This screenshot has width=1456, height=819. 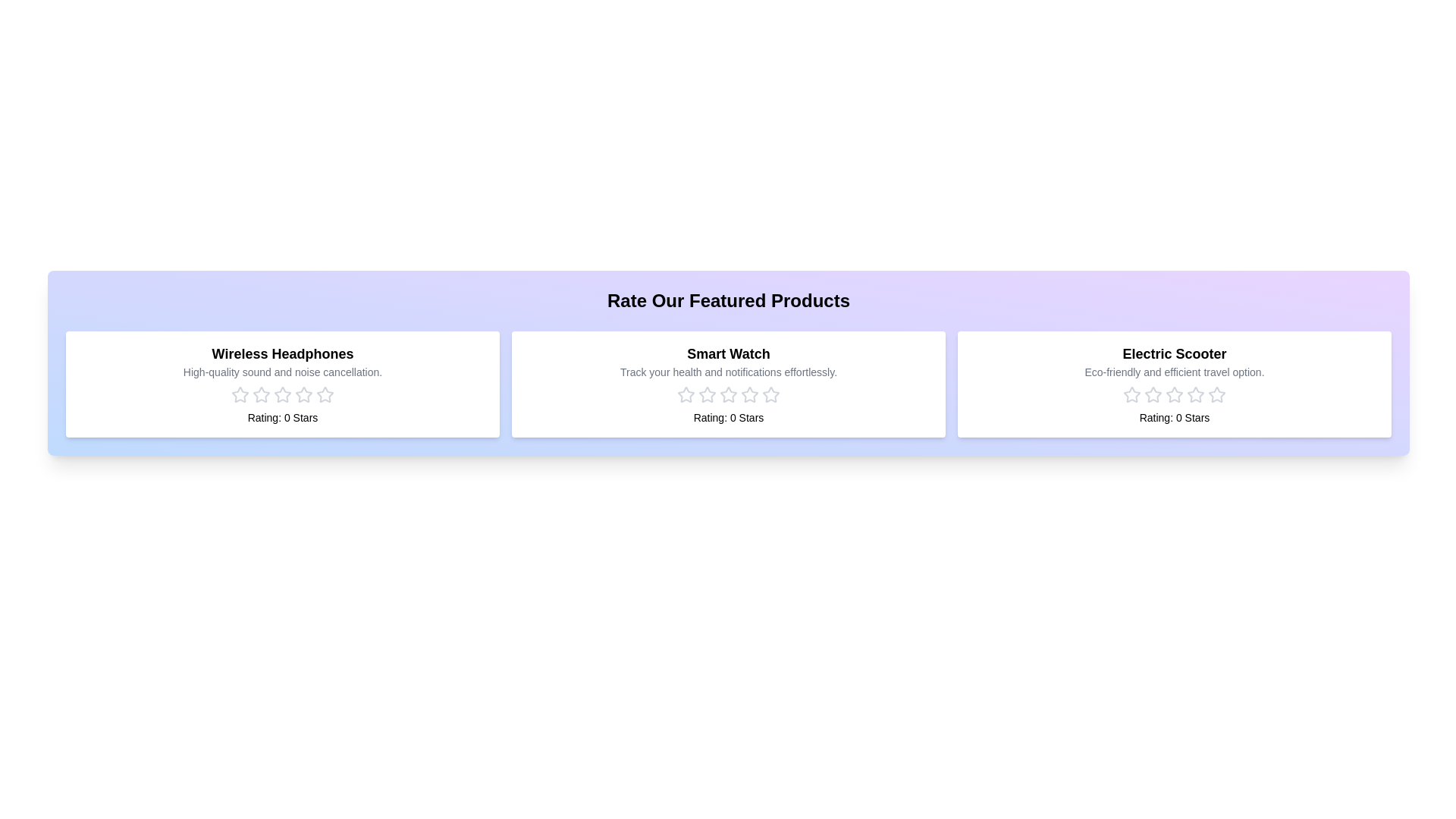 What do you see at coordinates (706, 394) in the screenshot?
I see `the rating for the product 'Smart Watch' to 2 stars by clicking on the corresponding star` at bounding box center [706, 394].